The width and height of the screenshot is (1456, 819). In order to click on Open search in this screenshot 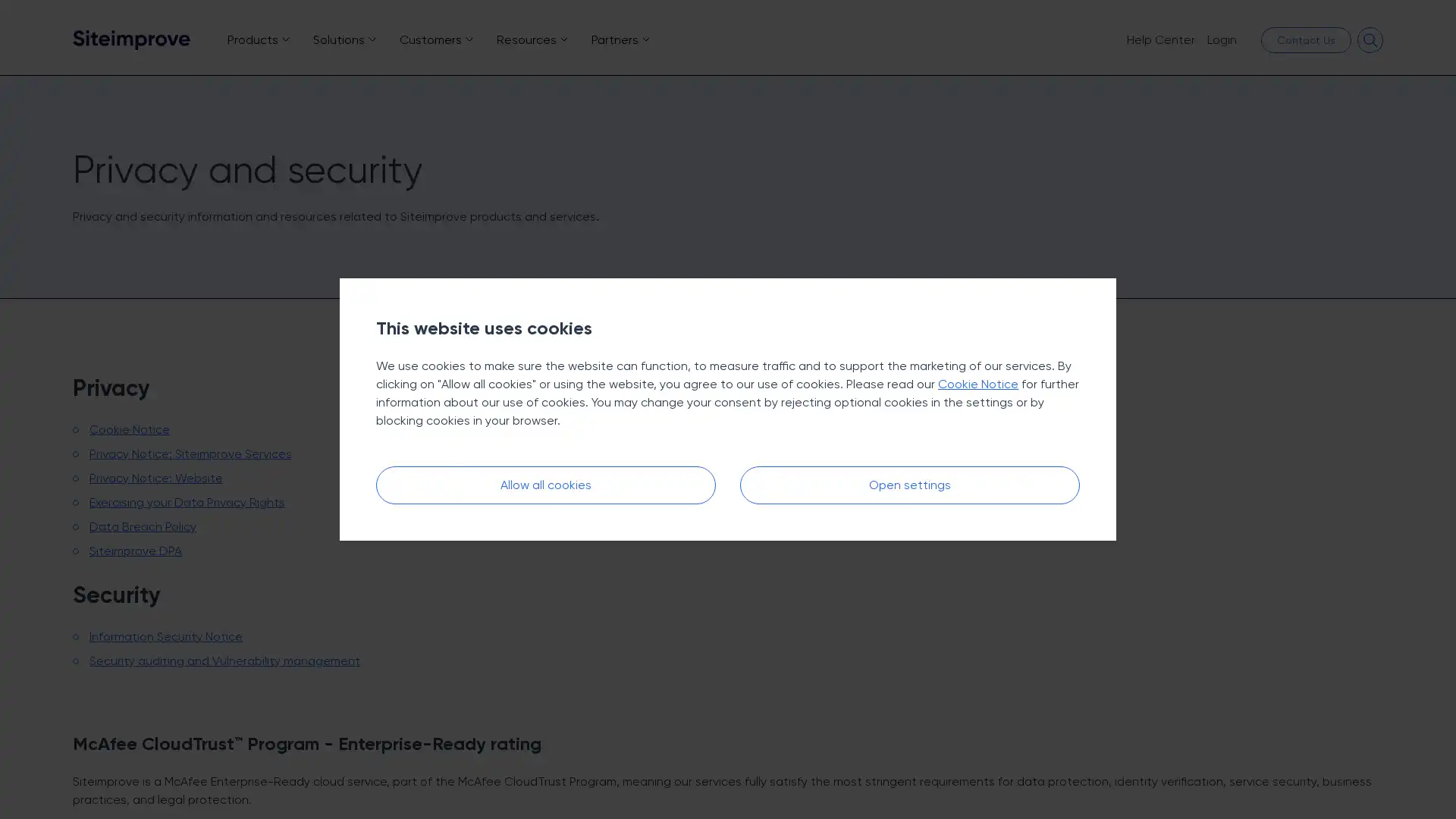, I will do `click(1370, 39)`.